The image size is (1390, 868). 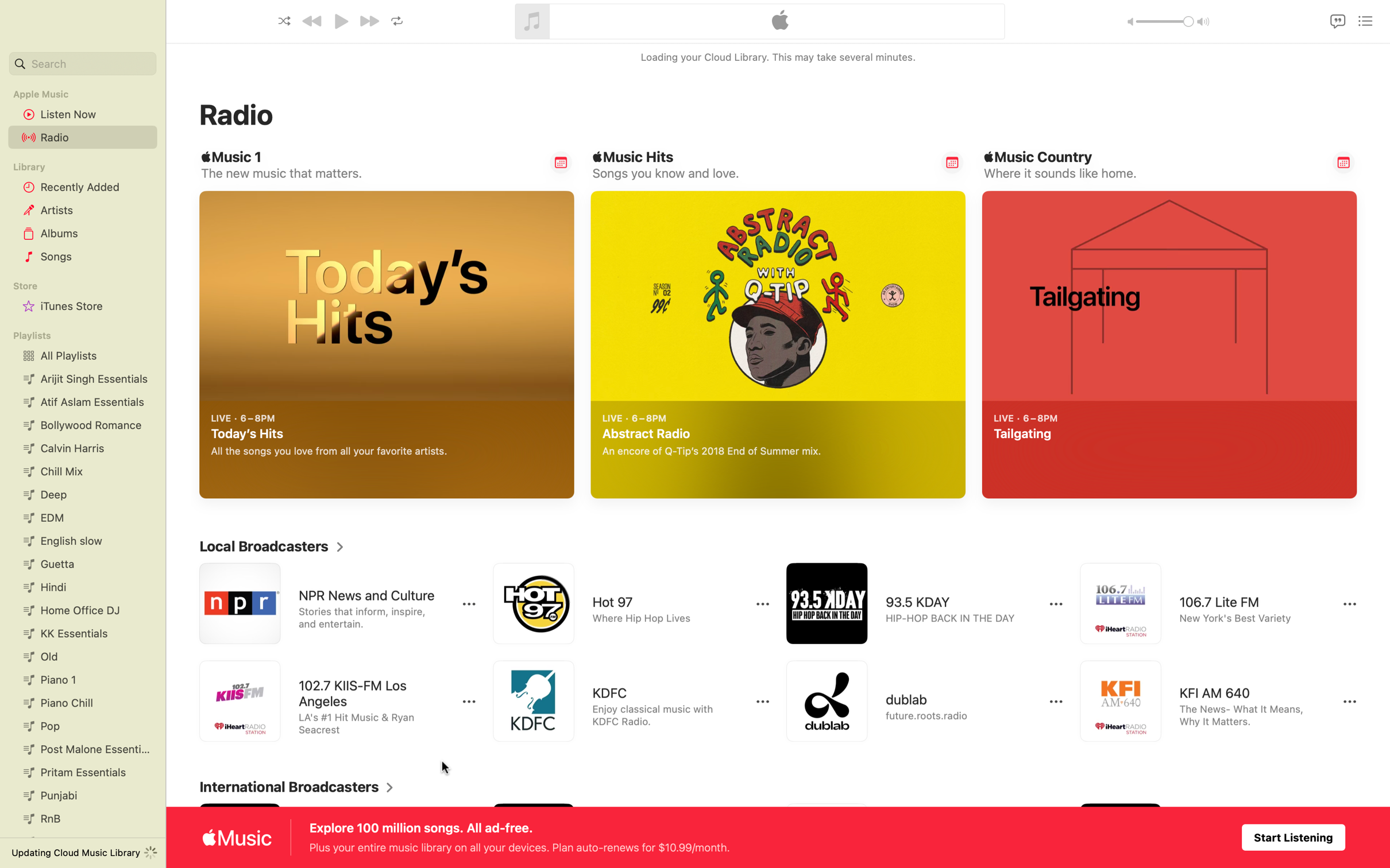 I want to click on Move the cursor over Abstract Radio, so click(x=2612505, y=722176).